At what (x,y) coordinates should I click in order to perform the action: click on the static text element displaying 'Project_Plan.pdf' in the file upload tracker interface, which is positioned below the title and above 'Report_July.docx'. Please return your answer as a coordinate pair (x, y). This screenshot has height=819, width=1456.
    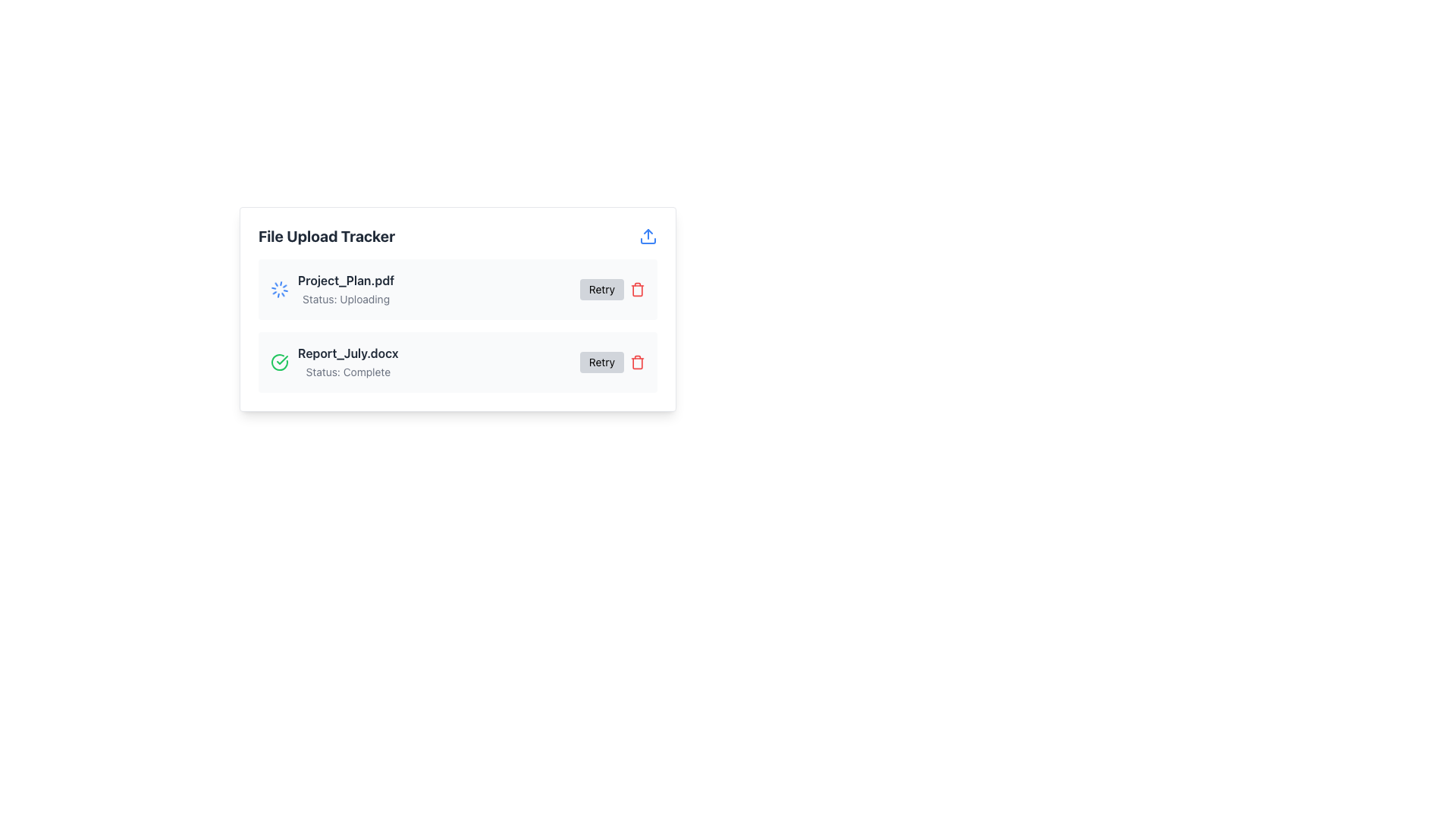
    Looking at the image, I should click on (345, 281).